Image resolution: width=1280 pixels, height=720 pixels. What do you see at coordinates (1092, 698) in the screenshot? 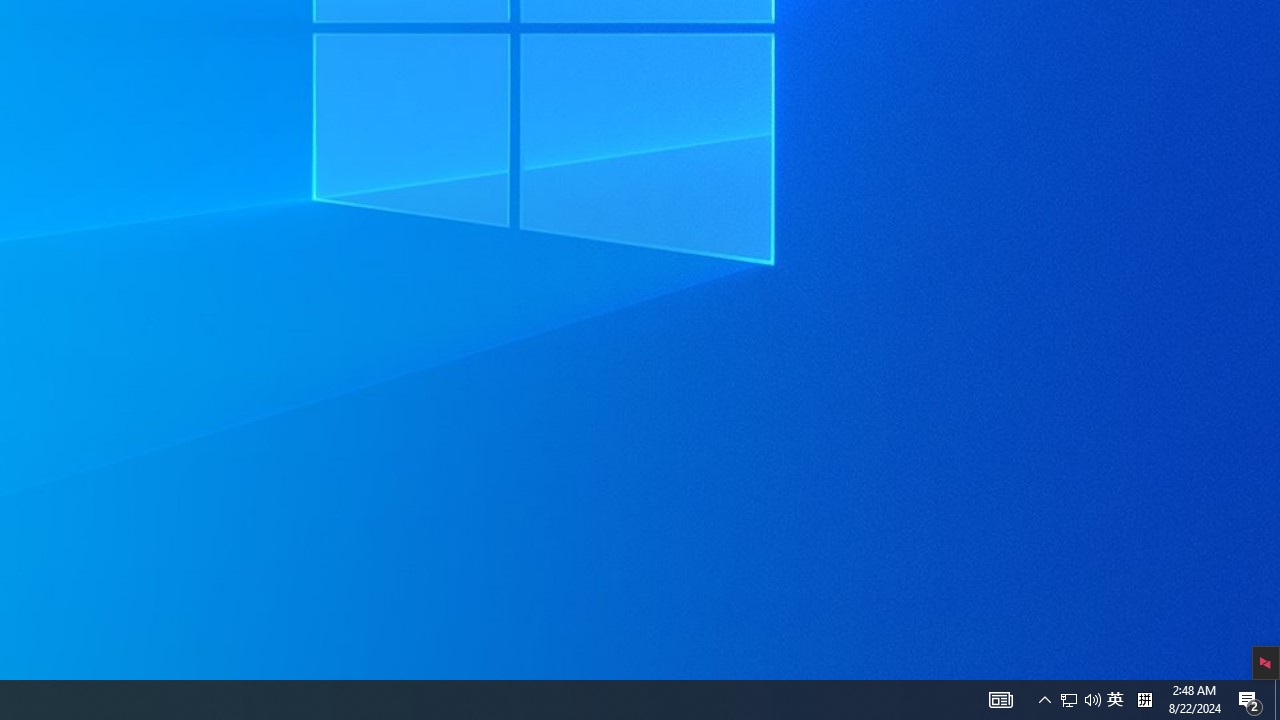
I see `'Notification Chevron'` at bounding box center [1092, 698].